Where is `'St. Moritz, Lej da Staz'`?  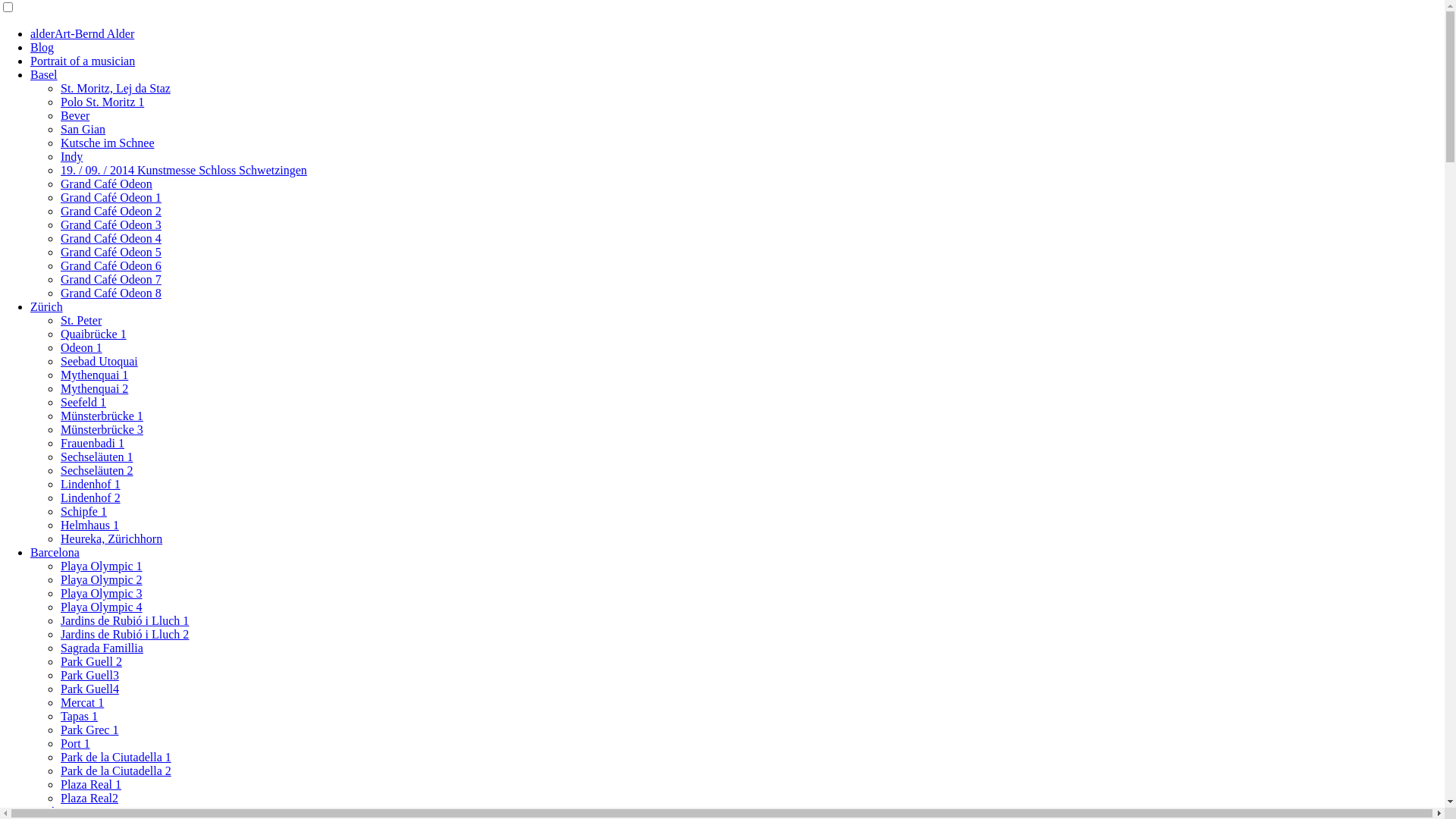
'St. Moritz, Lej da Staz' is located at coordinates (61, 88).